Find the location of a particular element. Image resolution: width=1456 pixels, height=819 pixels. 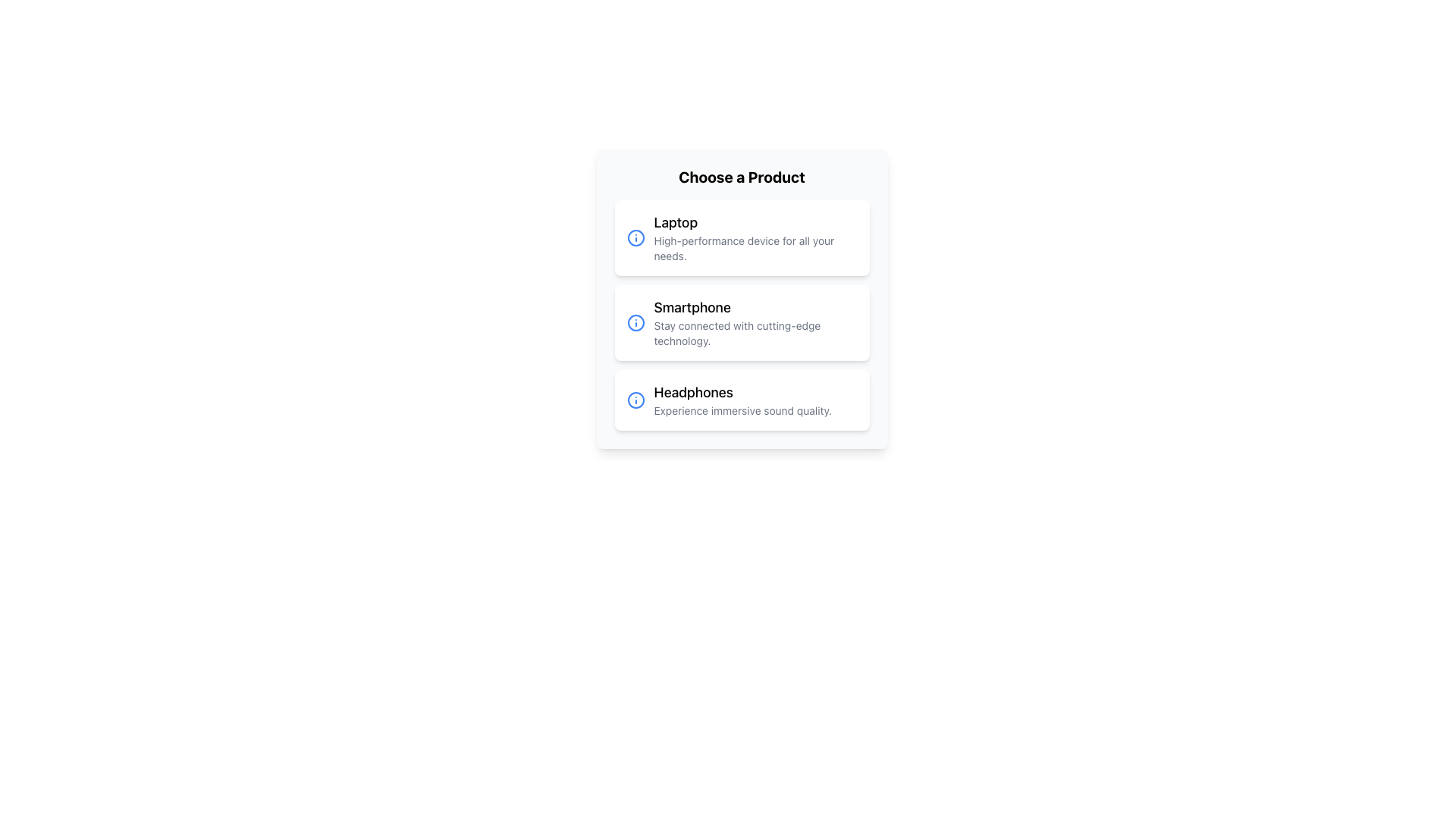

the circular graphical element within the SVG that is part of the 'Smartphone' option, located to the left of the text content in the second item of the list is located at coordinates (635, 322).